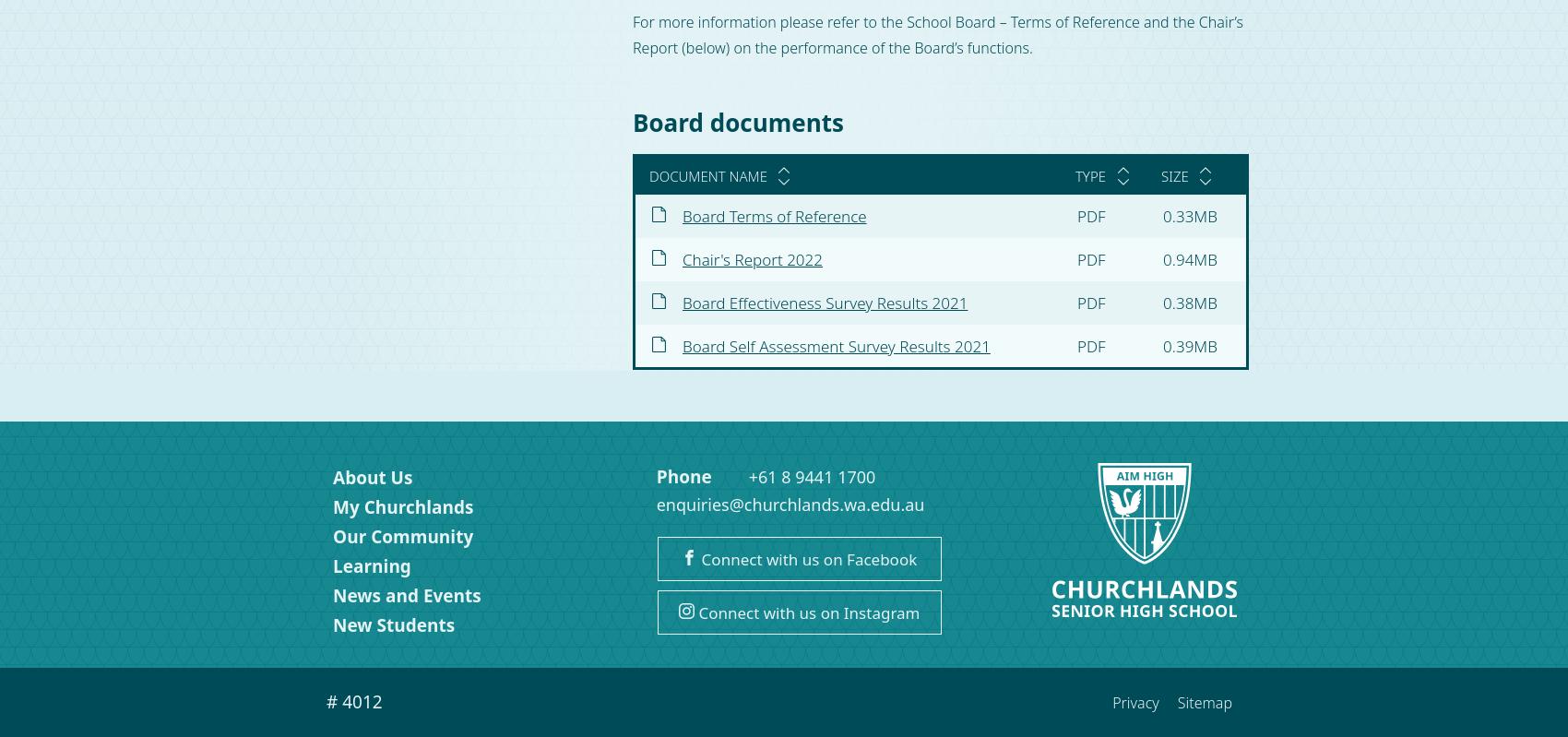 The width and height of the screenshot is (1568, 737). I want to click on 'Sitemap', so click(1204, 703).